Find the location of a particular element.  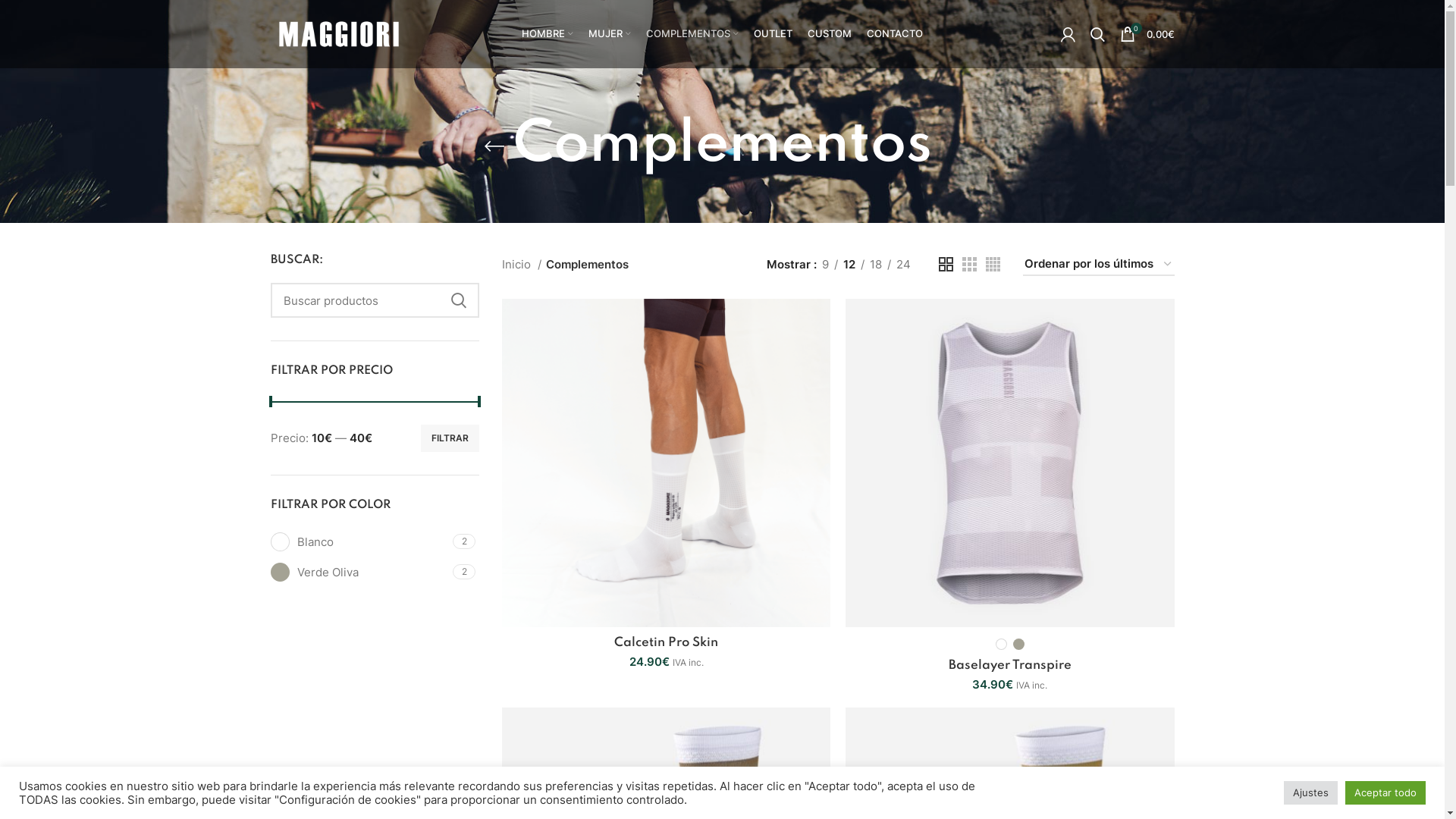

'FILTRAR' is located at coordinates (421, 438).